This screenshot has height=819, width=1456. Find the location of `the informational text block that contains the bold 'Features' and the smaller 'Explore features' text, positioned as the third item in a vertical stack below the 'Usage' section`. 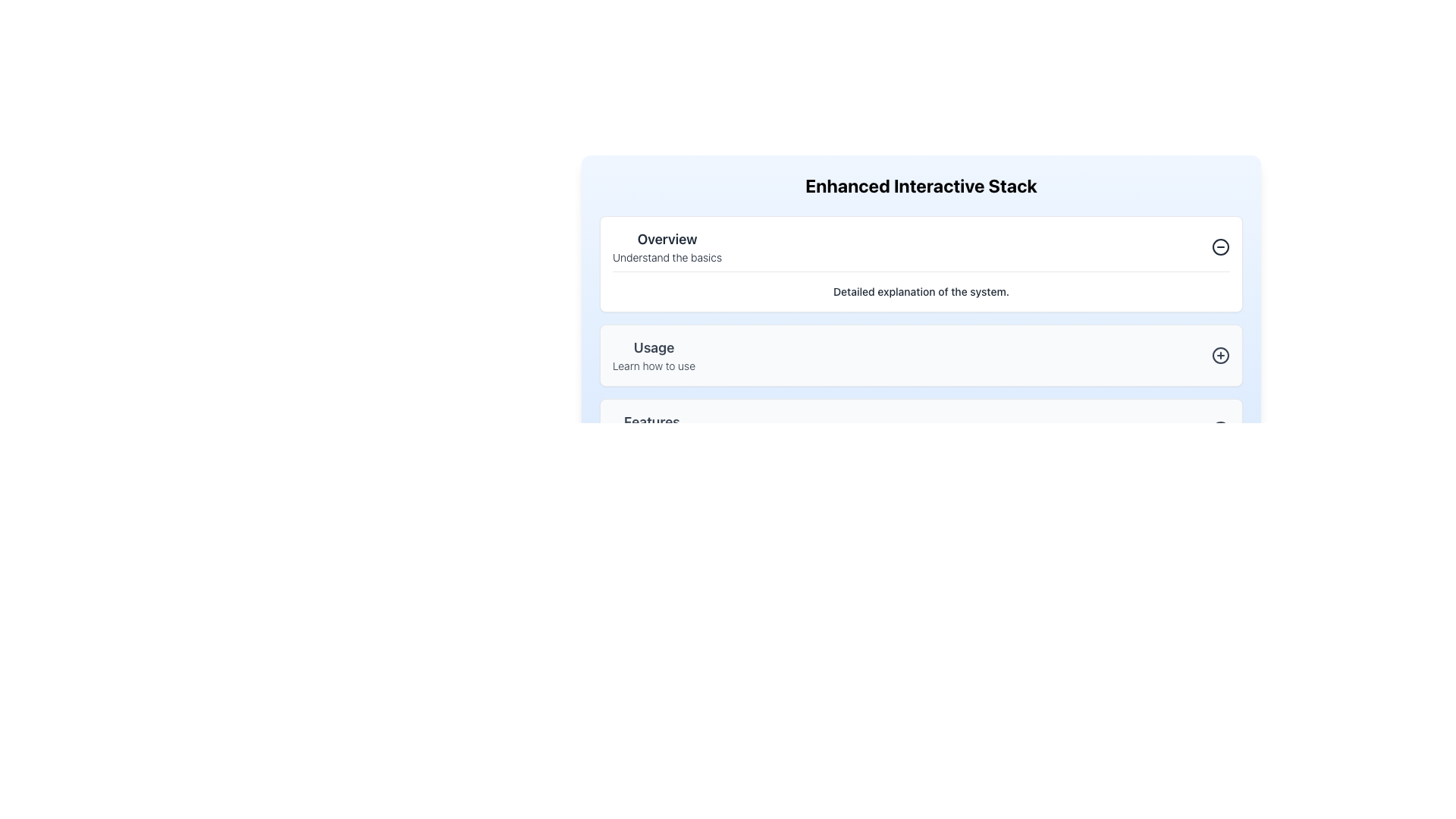

the informational text block that contains the bold 'Features' and the smaller 'Explore features' text, positioned as the third item in a vertical stack below the 'Usage' section is located at coordinates (651, 430).